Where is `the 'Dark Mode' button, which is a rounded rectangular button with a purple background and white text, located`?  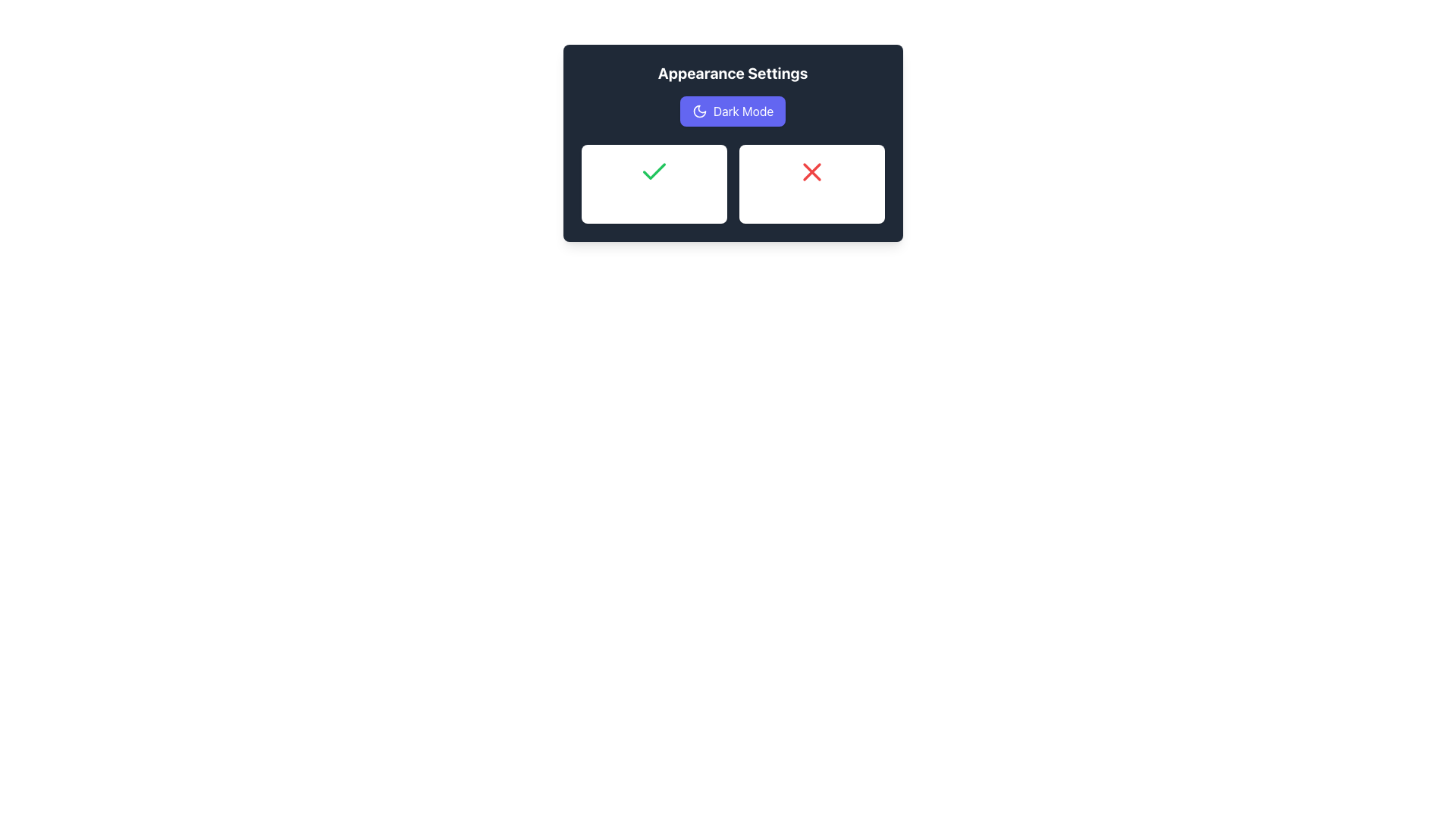 the 'Dark Mode' button, which is a rounded rectangular button with a purple background and white text, located is located at coordinates (733, 110).